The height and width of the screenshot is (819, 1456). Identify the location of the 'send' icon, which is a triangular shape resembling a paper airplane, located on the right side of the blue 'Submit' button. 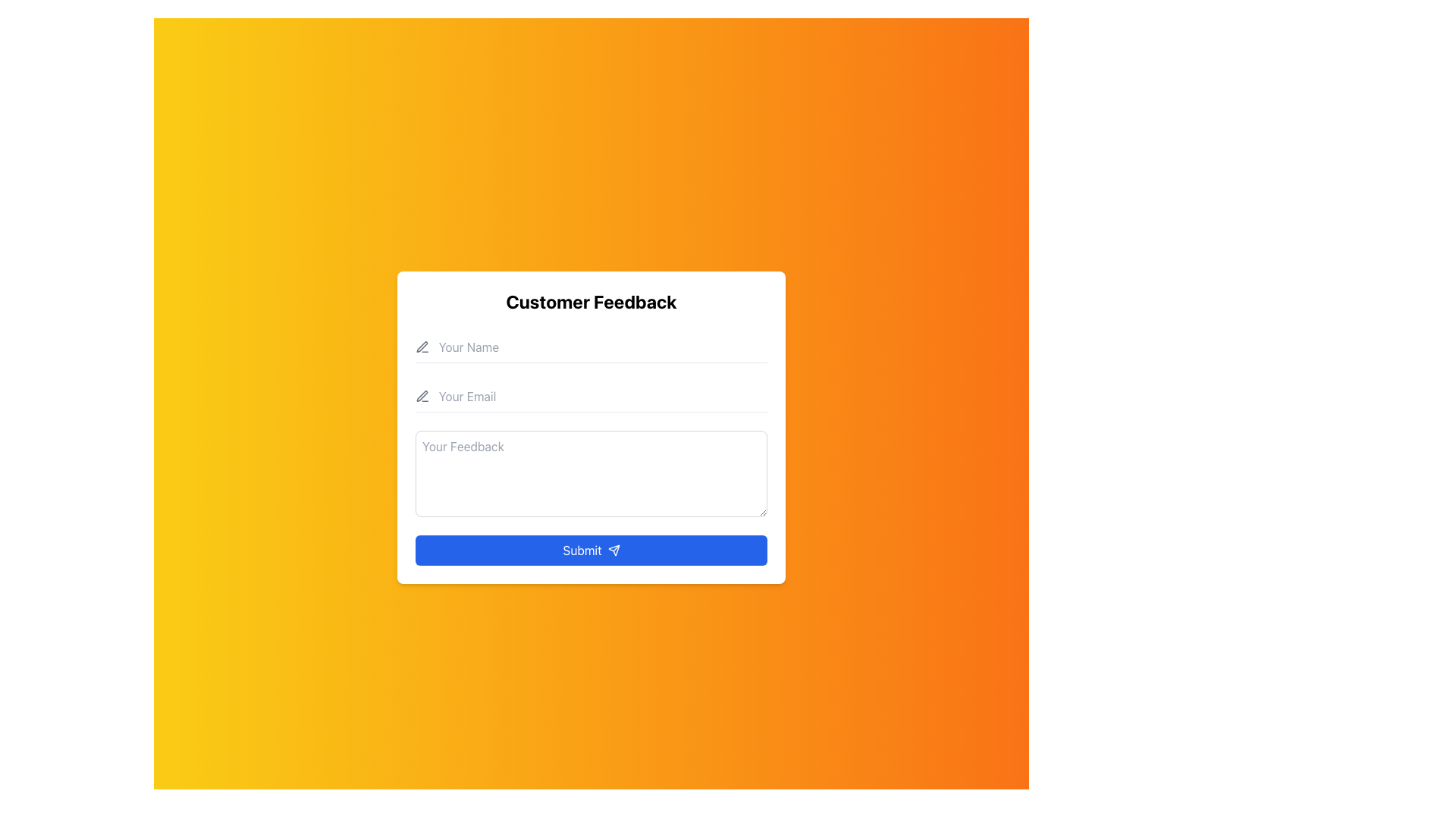
(613, 550).